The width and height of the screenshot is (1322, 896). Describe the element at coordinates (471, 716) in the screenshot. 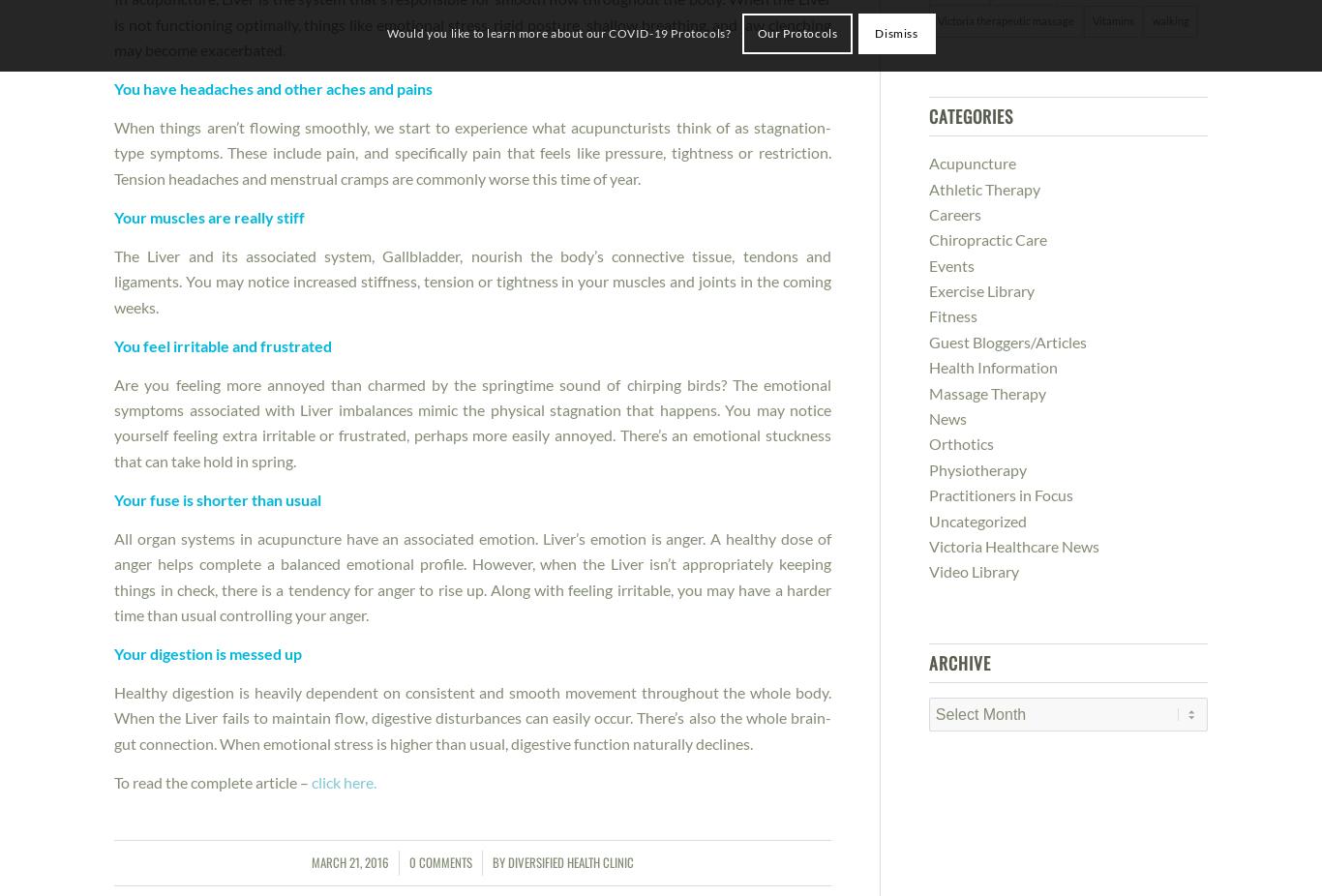

I see `'Healthy digestion is heavily dependent on consistent and smooth movement throughout the whole body. When the Liver fails to maintain flow, digestive disturbances can easily occur. There’s also the whole brain-gut connection. When emotional stress is higher than usual, digestive function naturally declines.'` at that location.